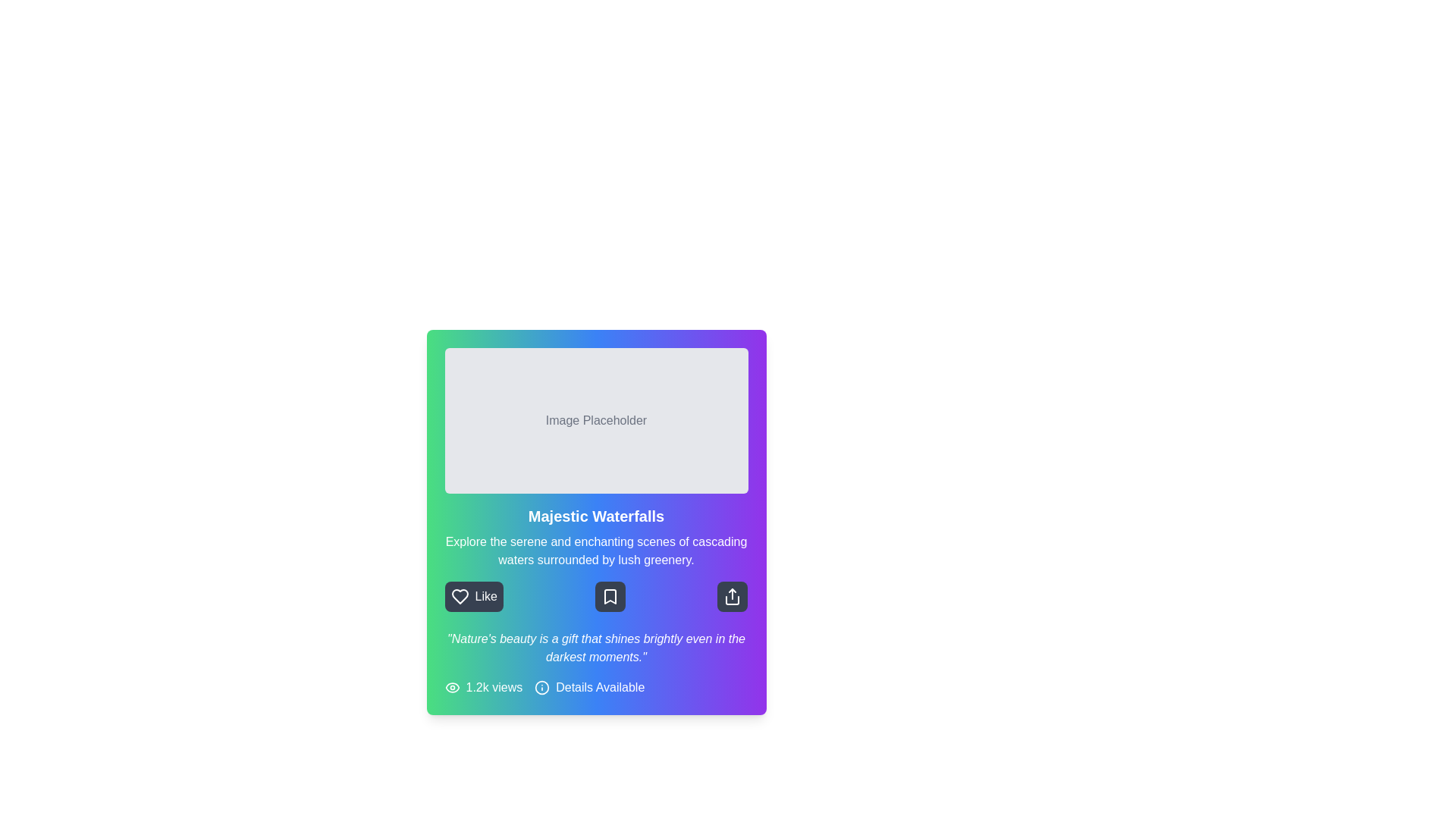  Describe the element at coordinates (542, 687) in the screenshot. I see `the icon located to the left of the 'Details Available' text in the highlighted section at the bottom of the card-like interface` at that location.